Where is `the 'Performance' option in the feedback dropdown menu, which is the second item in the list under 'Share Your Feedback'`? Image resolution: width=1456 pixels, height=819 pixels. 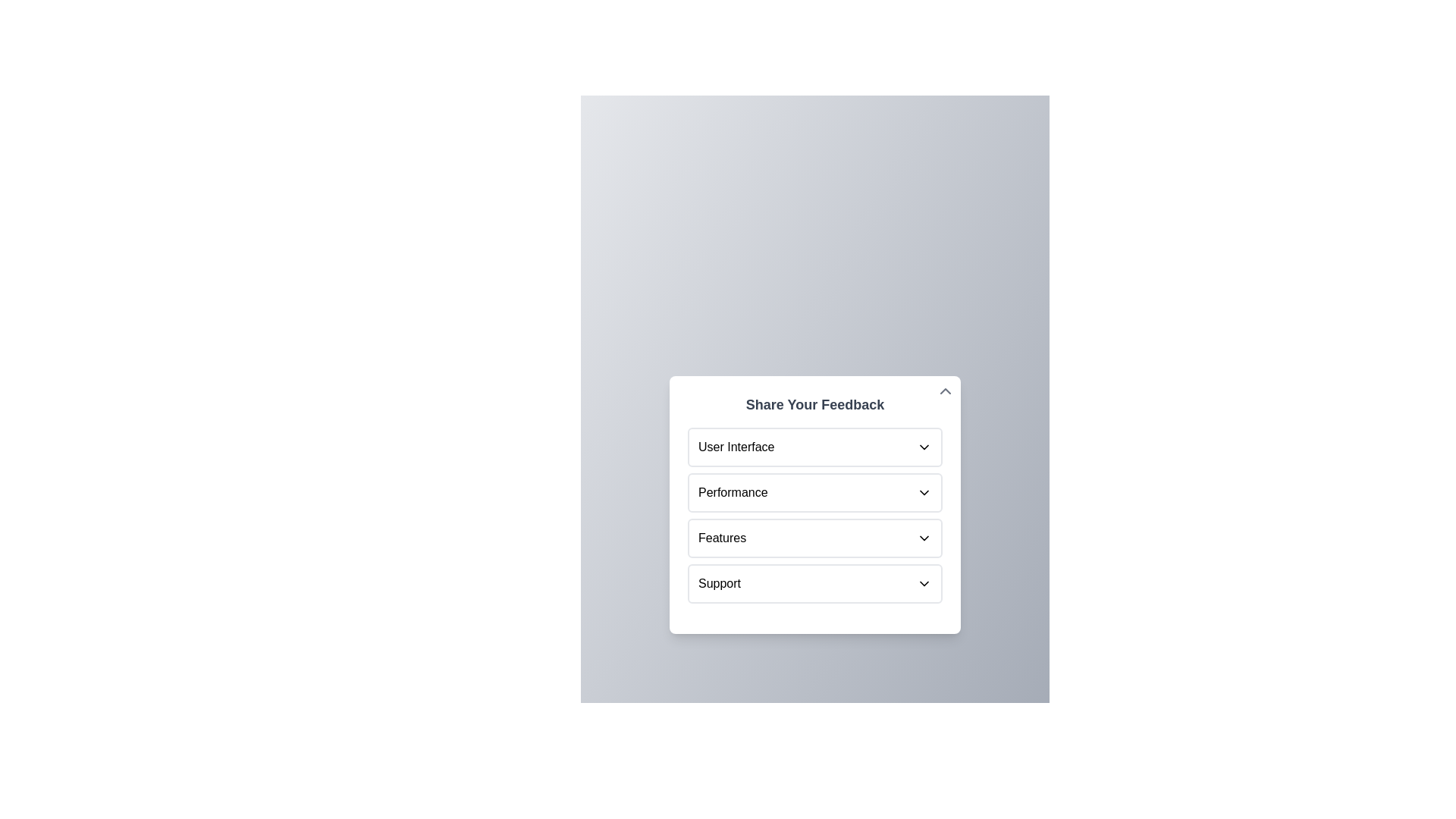
the 'Performance' option in the feedback dropdown menu, which is the second item in the list under 'Share Your Feedback' is located at coordinates (733, 493).